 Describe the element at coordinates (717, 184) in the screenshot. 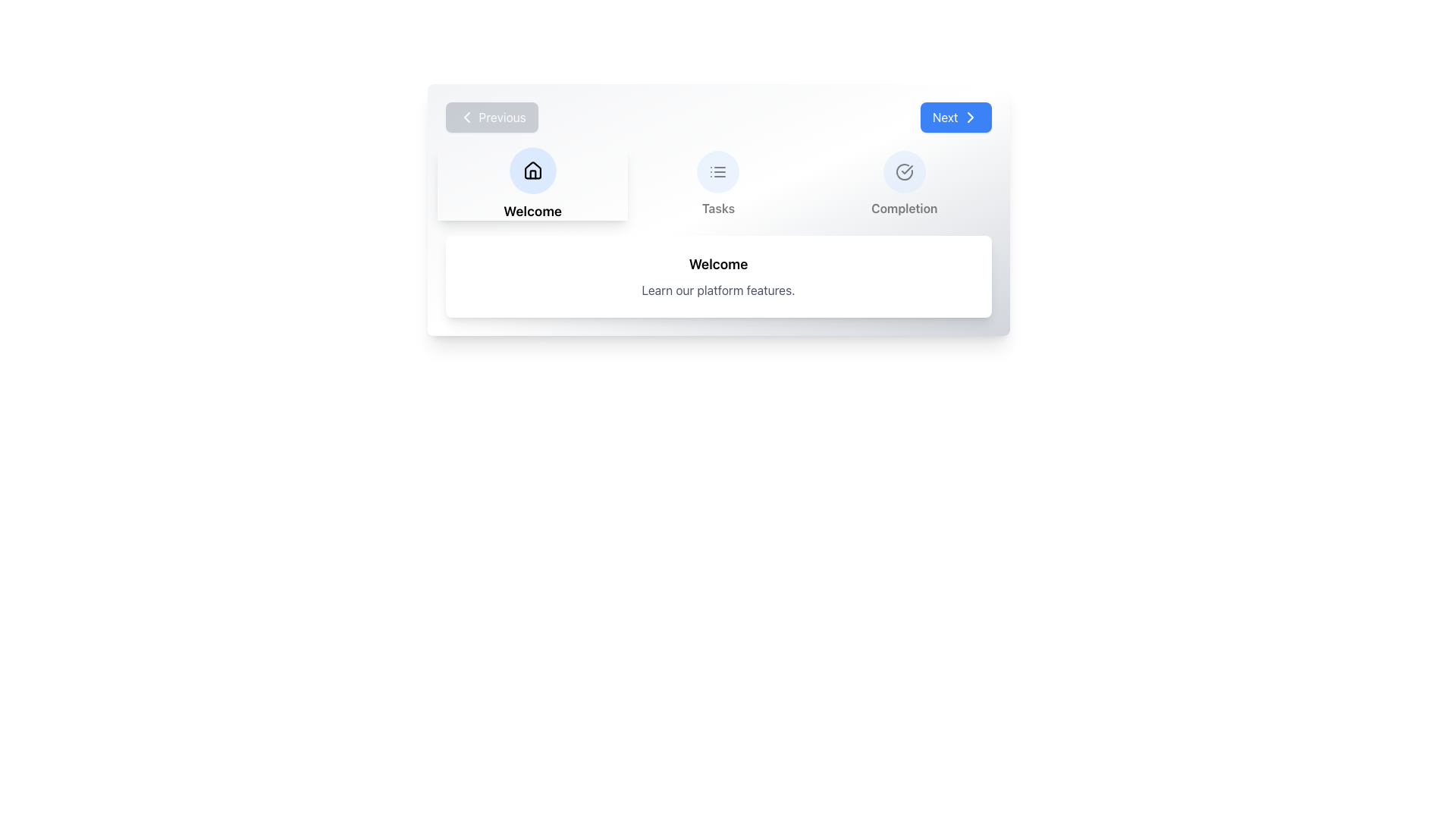

I see `the 'Tasks' navigation tile, which is the second column in a three-column layout` at that location.